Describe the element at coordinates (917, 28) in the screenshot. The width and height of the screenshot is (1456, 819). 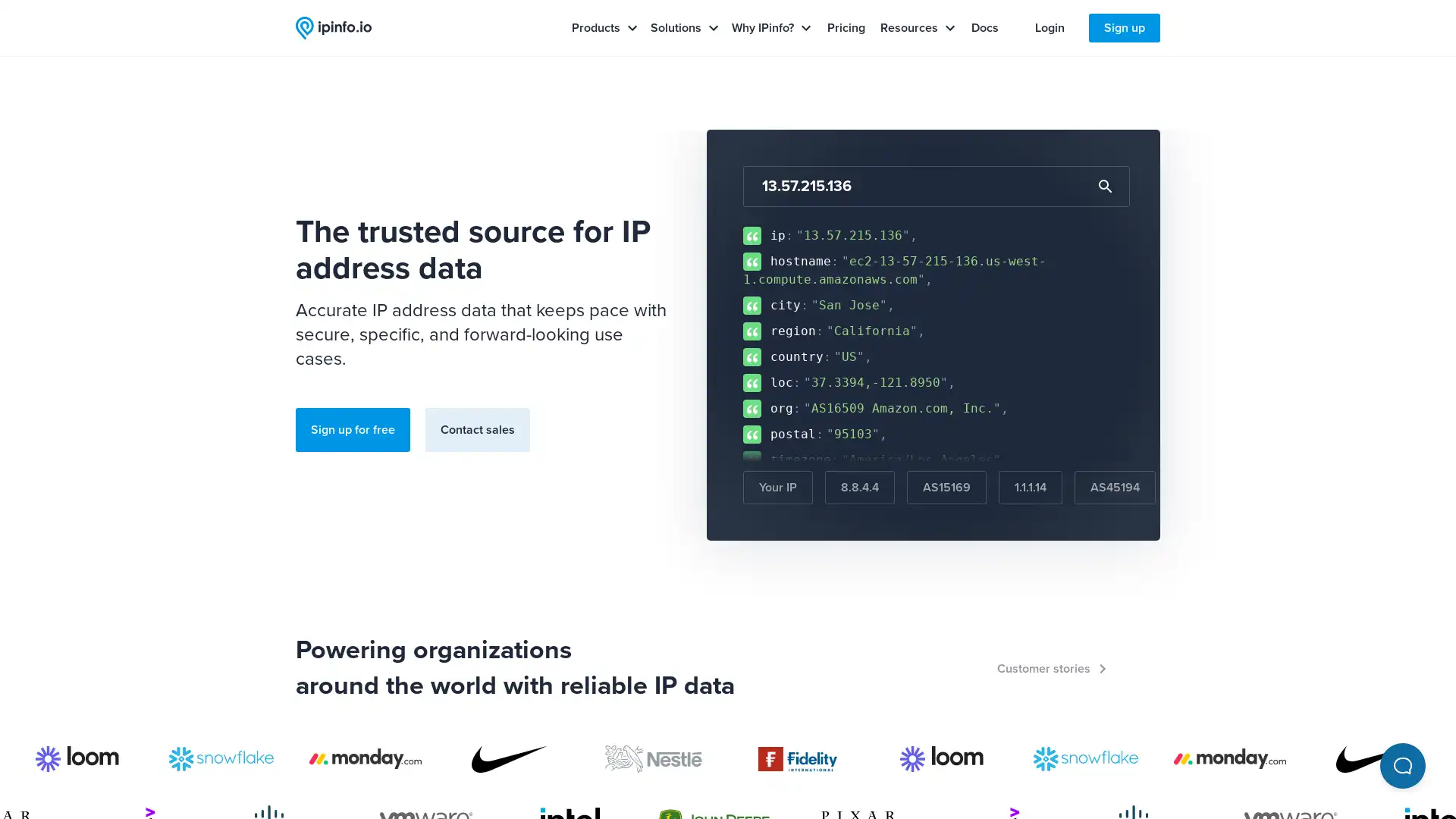
I see `Resources` at that location.